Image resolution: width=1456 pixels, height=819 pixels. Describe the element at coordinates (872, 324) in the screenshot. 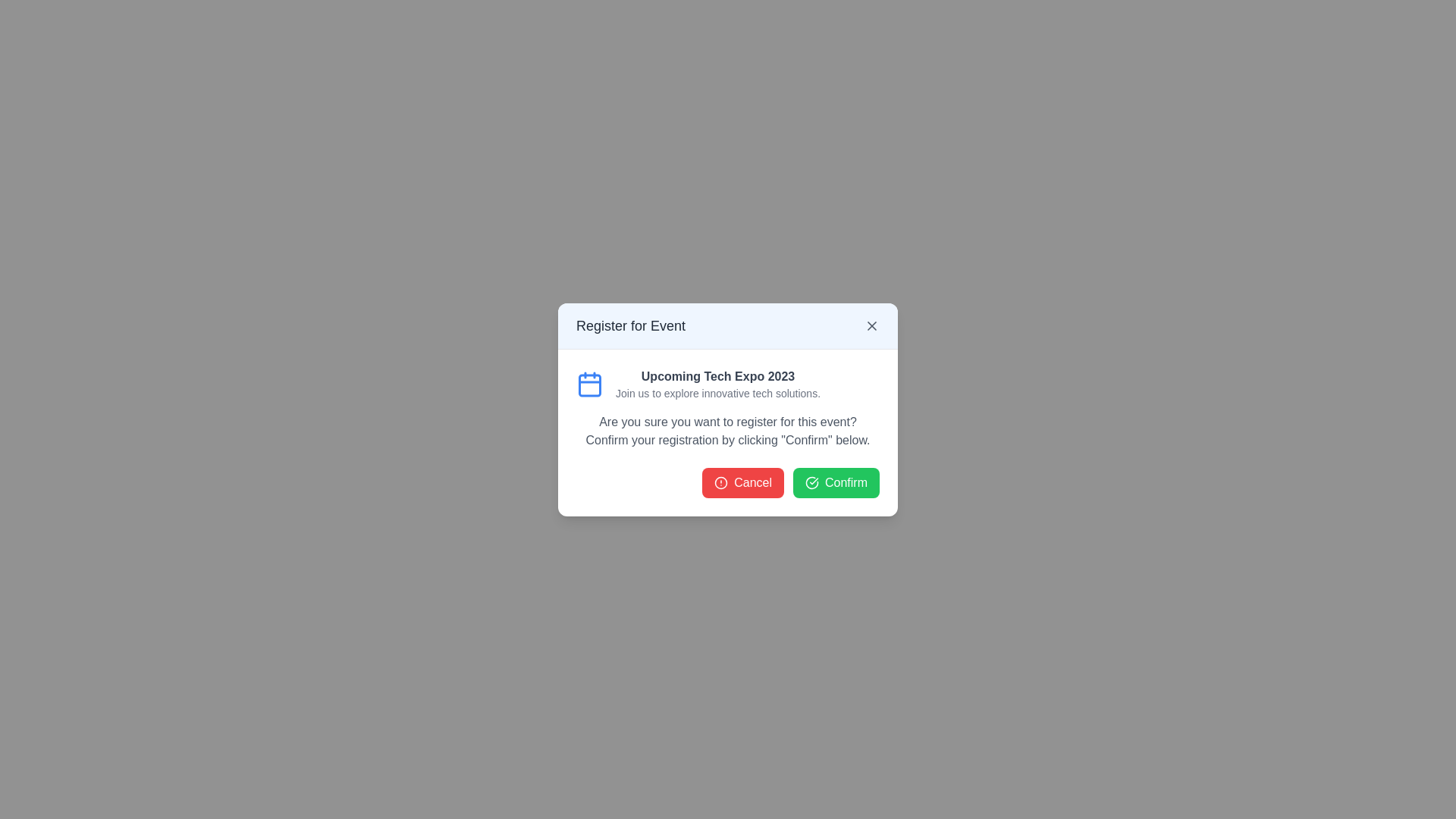

I see `the close or dismiss button located in the top-right corner of the dialog box's header, adjacent to the title 'Register for Event'` at that location.